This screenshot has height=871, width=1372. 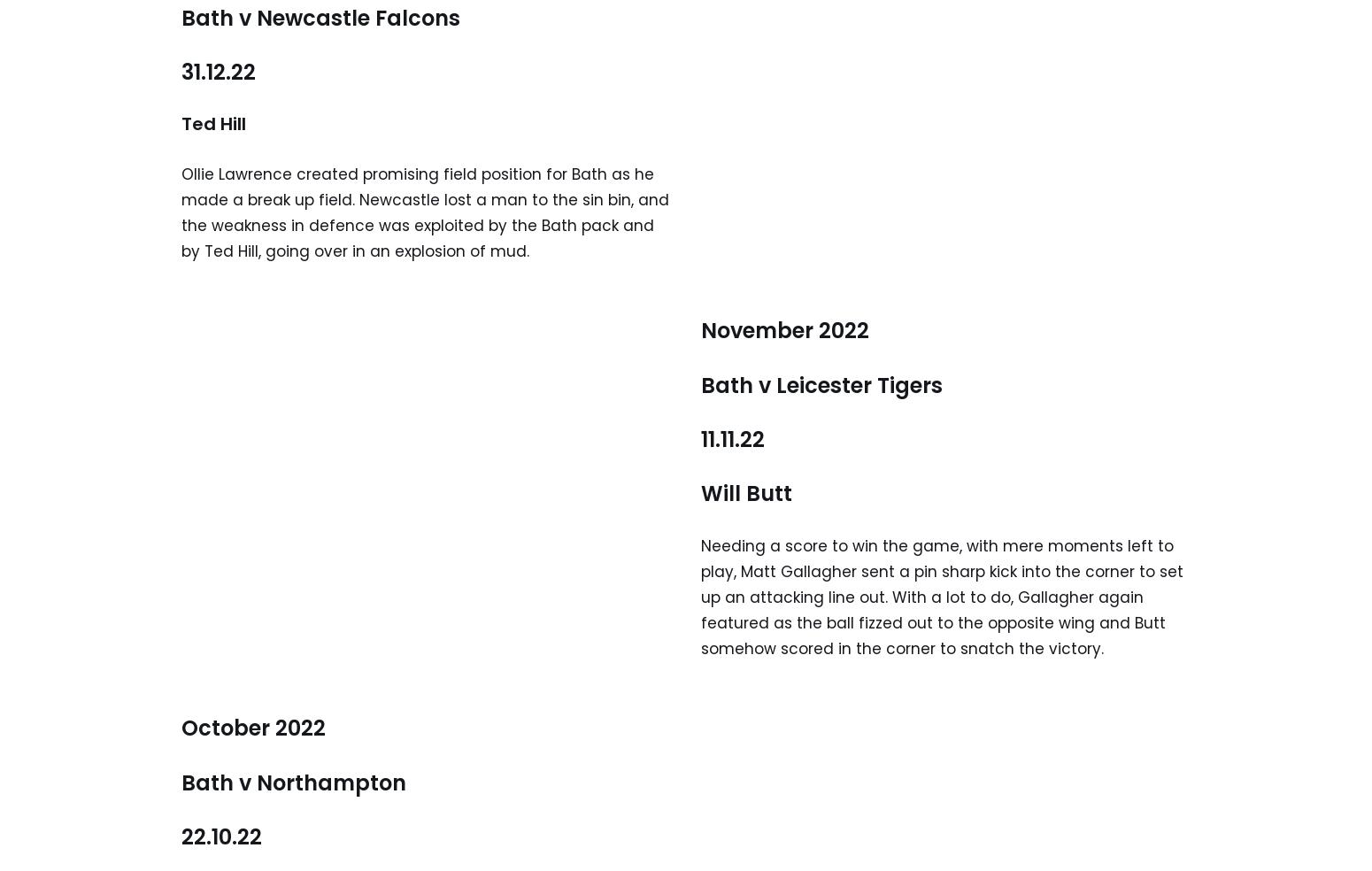 I want to click on 'Bath v Newcastle Falcons', so click(x=320, y=16).